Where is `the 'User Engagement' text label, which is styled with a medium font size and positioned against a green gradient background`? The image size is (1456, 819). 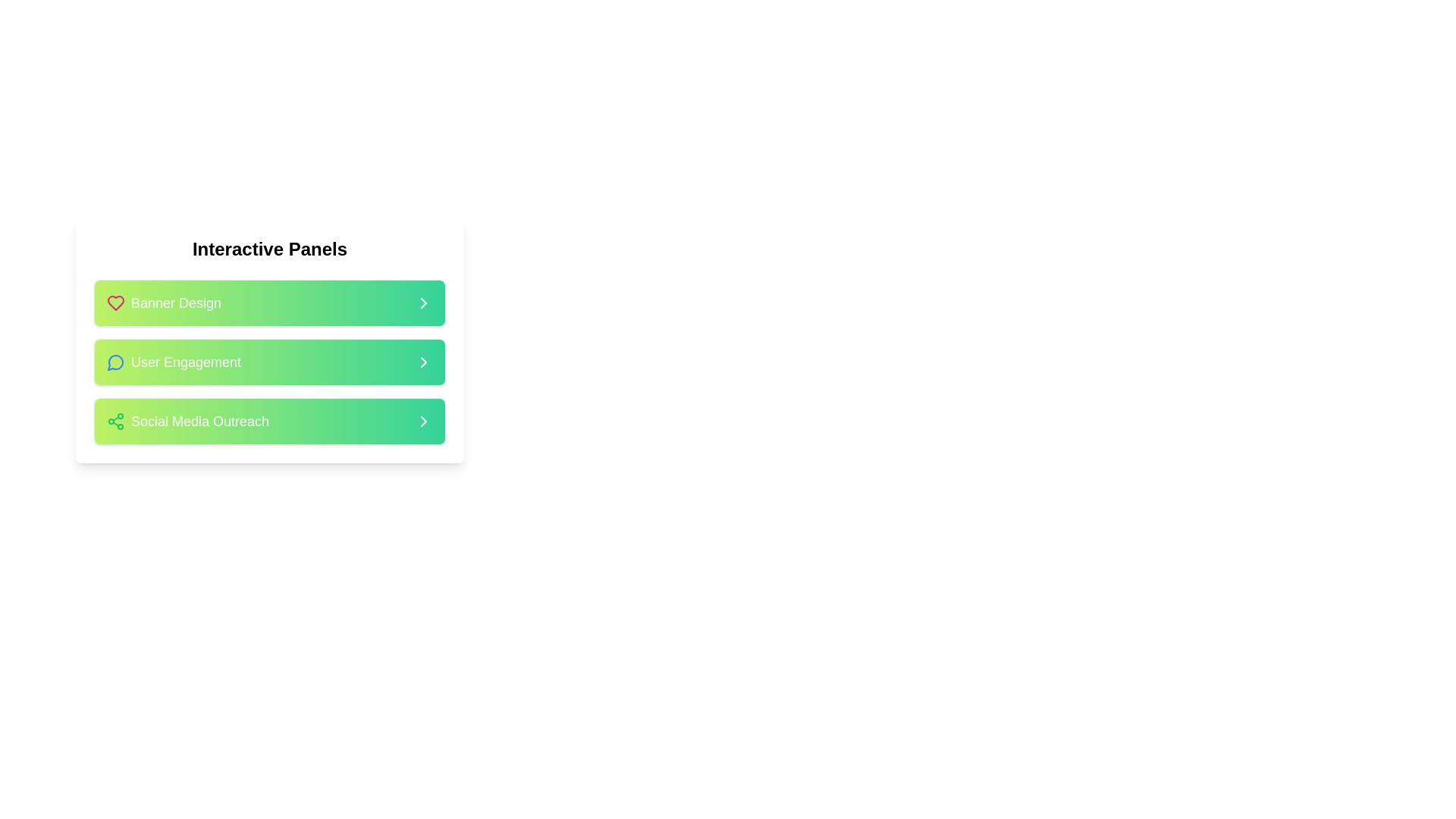 the 'User Engagement' text label, which is styled with a medium font size and positioned against a green gradient background is located at coordinates (185, 362).